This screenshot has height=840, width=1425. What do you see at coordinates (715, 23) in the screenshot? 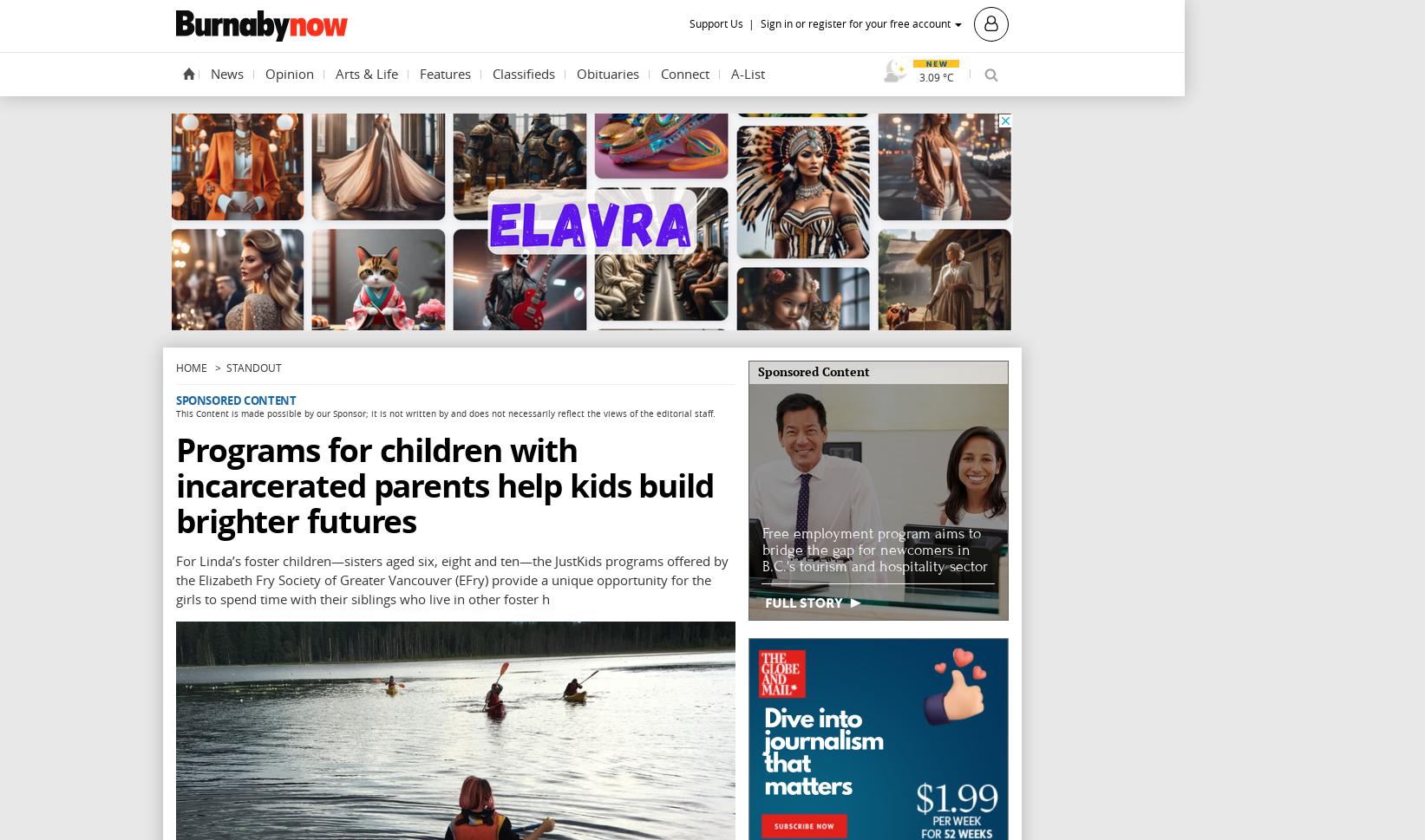
I see `'Support Us'` at bounding box center [715, 23].